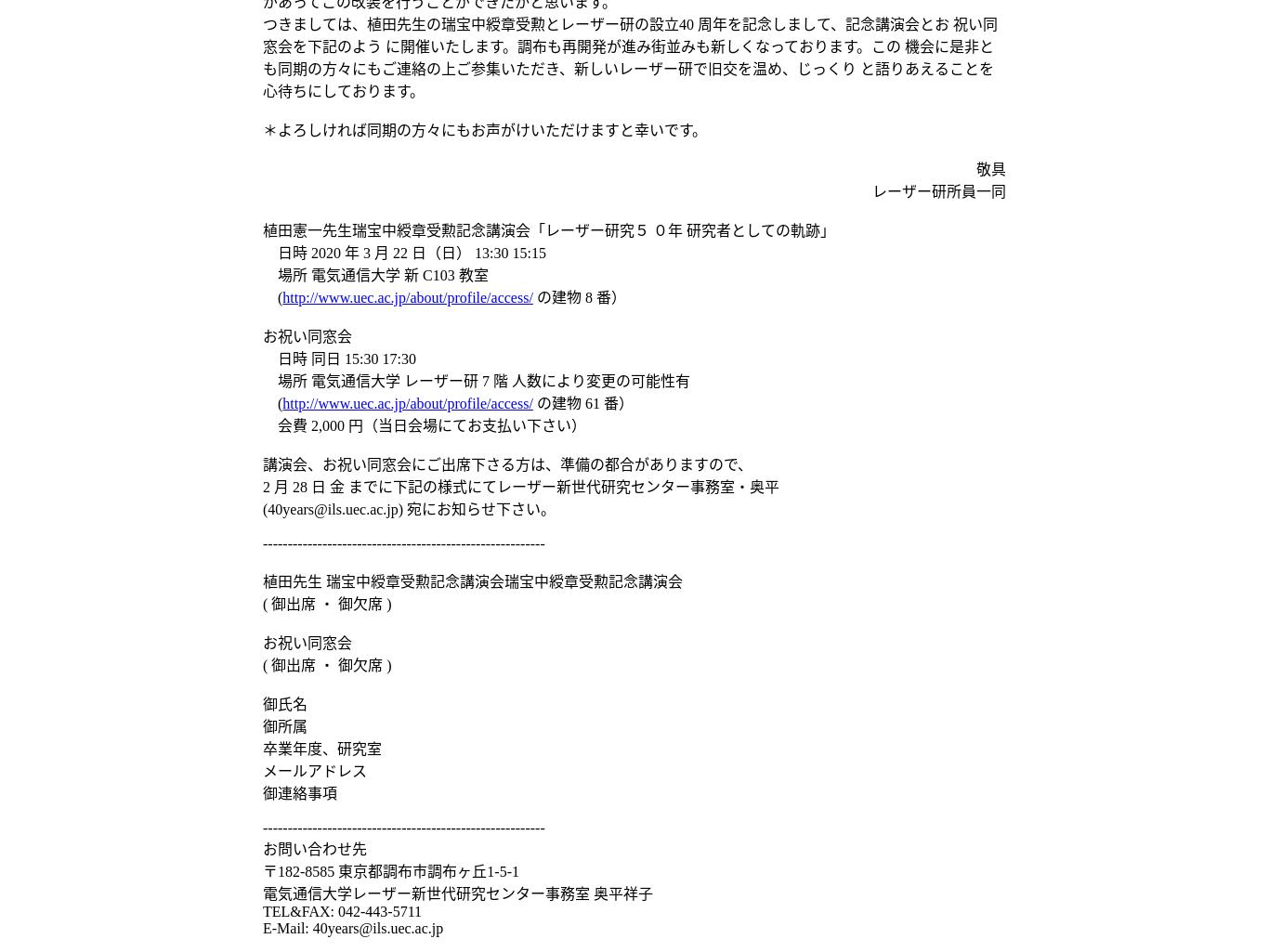 The image size is (1269, 952). What do you see at coordinates (408, 508) in the screenshot?
I see `'(40years@ils.uec.ac.jp)
宛にお知らせ下さい。'` at bounding box center [408, 508].